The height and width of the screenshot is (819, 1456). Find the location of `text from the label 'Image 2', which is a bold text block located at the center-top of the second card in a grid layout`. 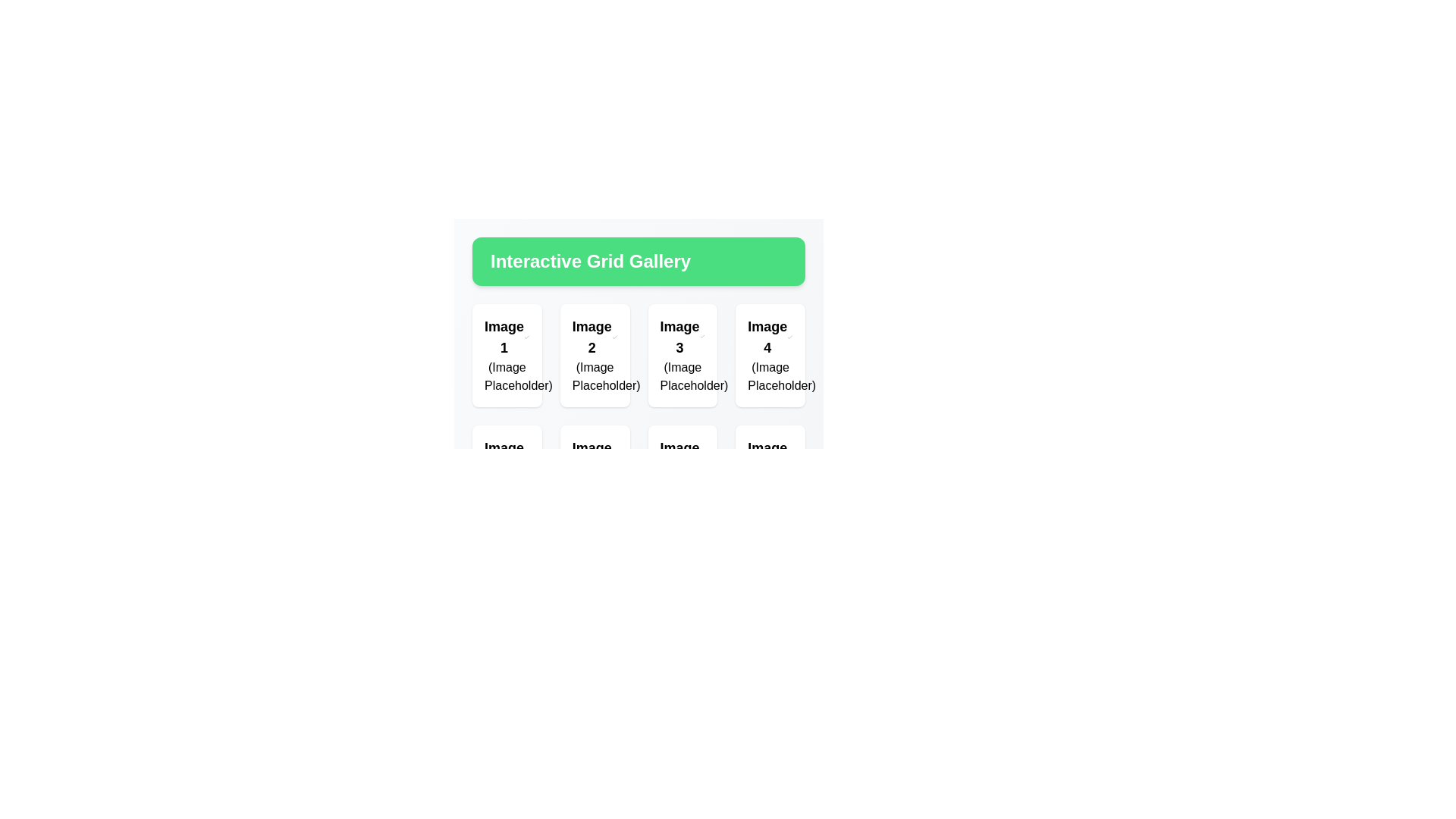

text from the label 'Image 2', which is a bold text block located at the center-top of the second card in a grid layout is located at coordinates (594, 336).